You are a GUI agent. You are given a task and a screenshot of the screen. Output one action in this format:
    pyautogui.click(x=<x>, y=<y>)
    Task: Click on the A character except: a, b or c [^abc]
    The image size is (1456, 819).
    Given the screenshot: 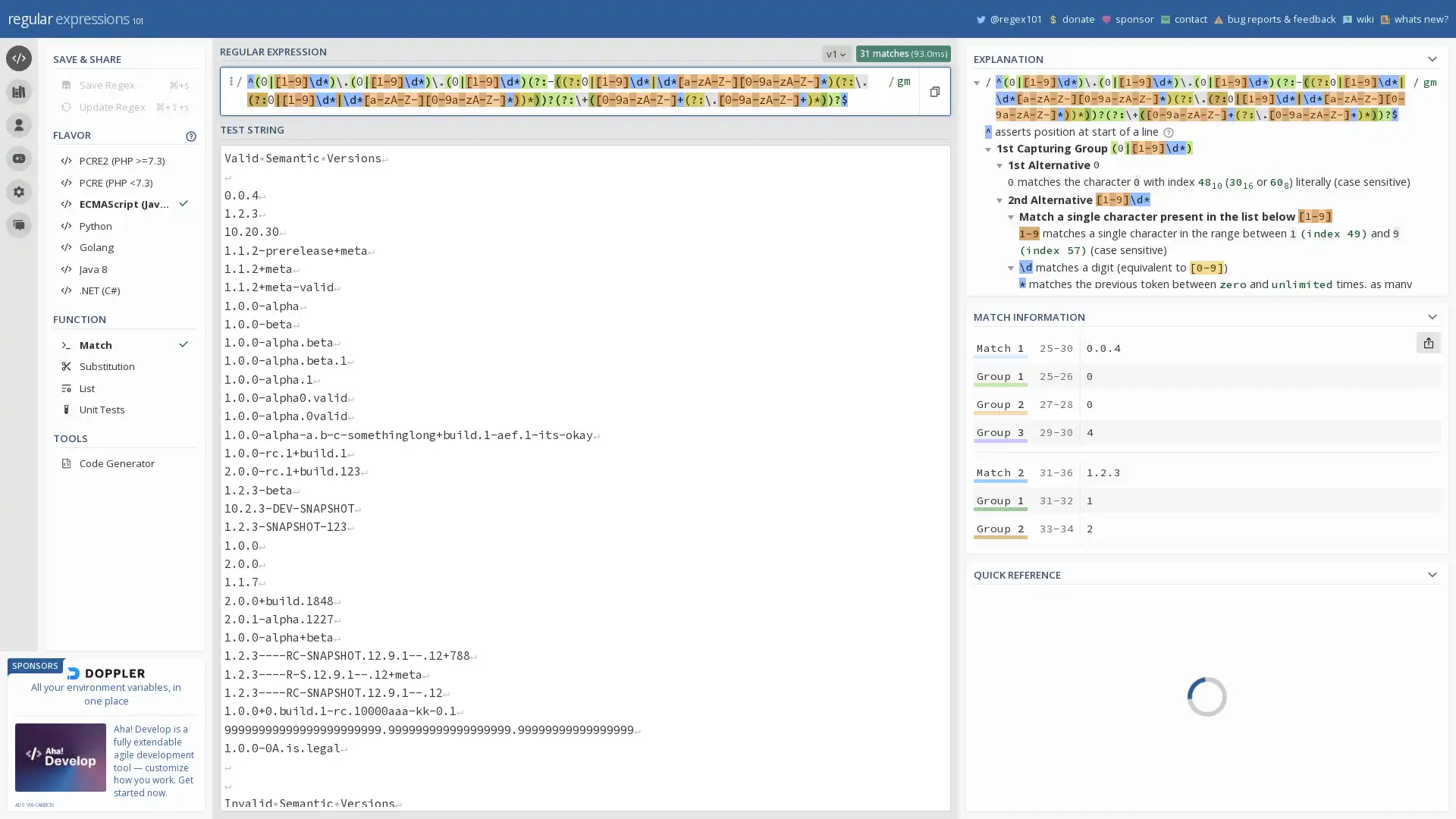 What is the action you would take?
    pyautogui.click(x=1282, y=622)
    